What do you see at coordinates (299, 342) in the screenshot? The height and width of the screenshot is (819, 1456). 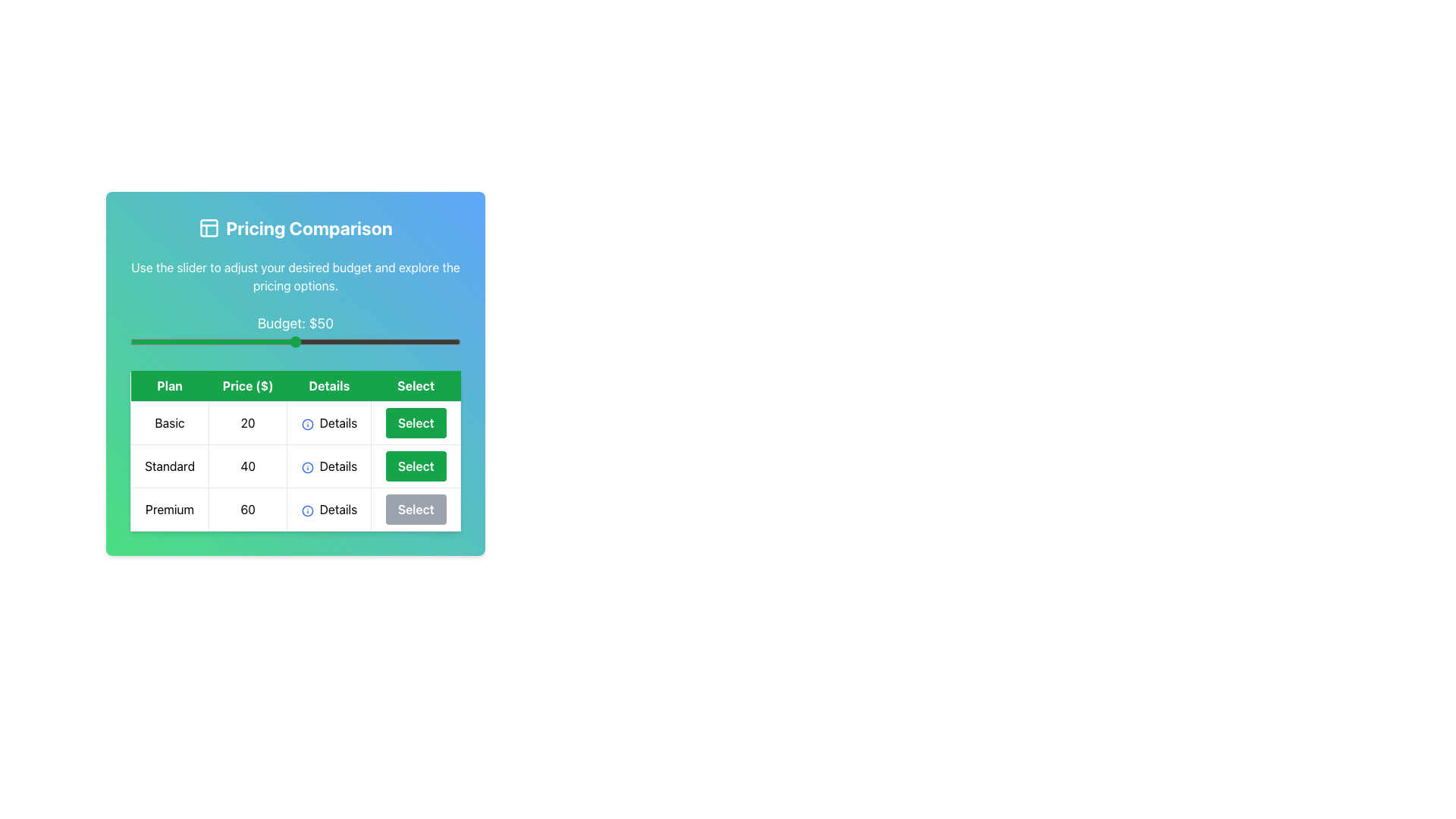 I see `the budget` at bounding box center [299, 342].